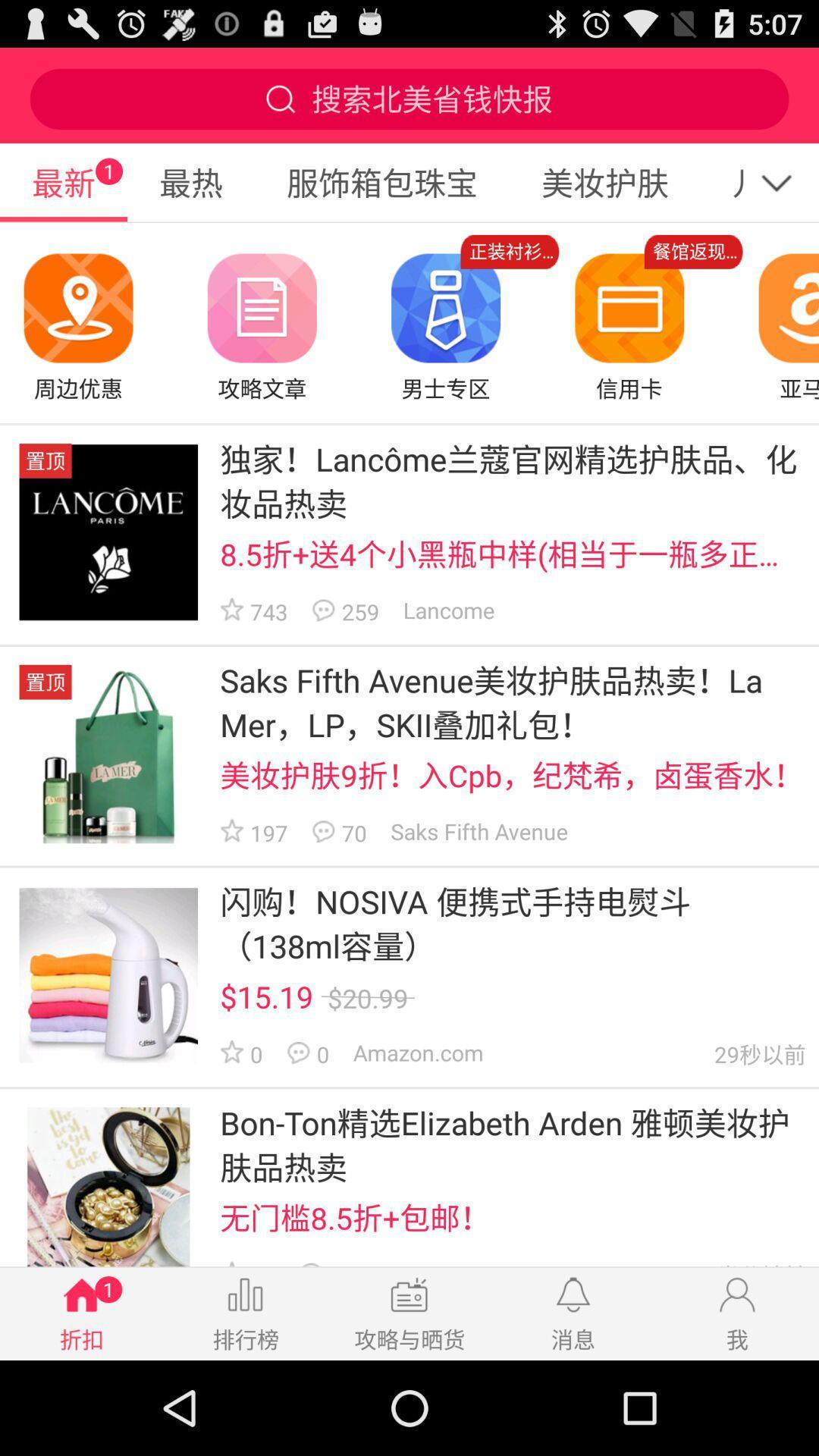  Describe the element at coordinates (784, 195) in the screenshot. I see `the expand_more icon` at that location.